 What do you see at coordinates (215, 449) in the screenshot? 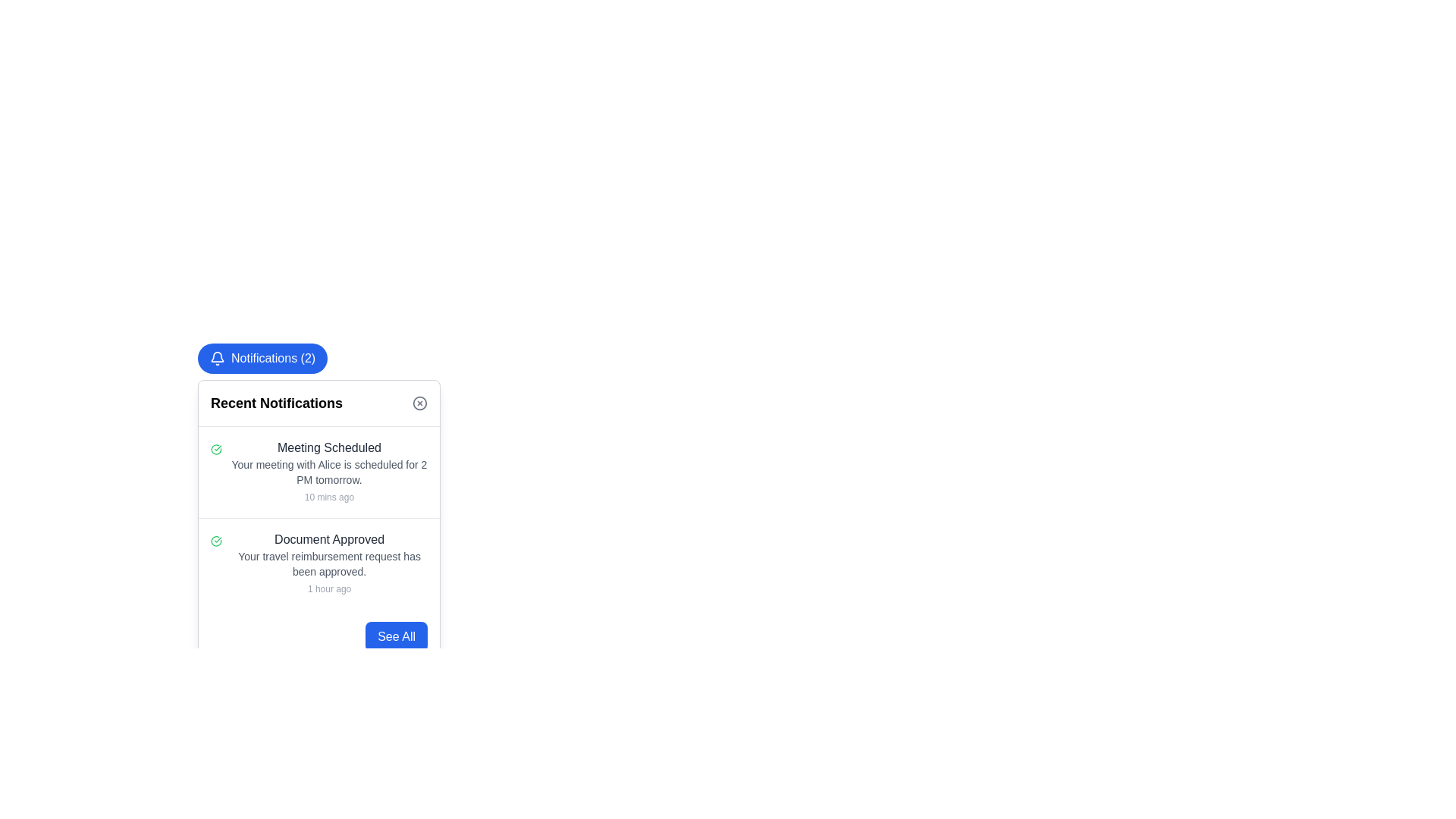
I see `the circular green outlined icon with a checkmark, which indicates success, positioned to the left of the 'Meeting Scheduled' text in the notifications list` at bounding box center [215, 449].